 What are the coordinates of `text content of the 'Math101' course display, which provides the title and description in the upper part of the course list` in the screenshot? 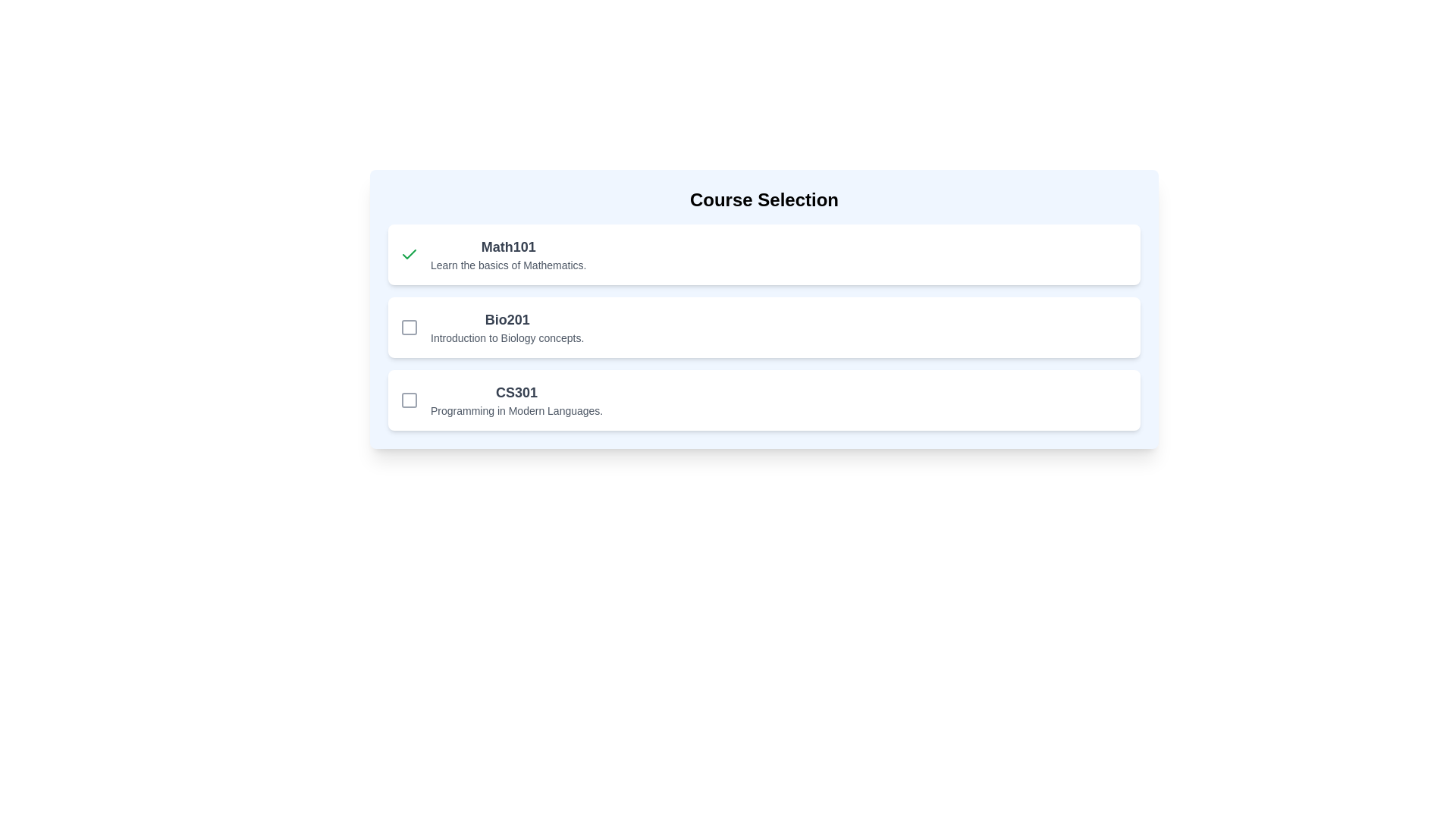 It's located at (508, 253).